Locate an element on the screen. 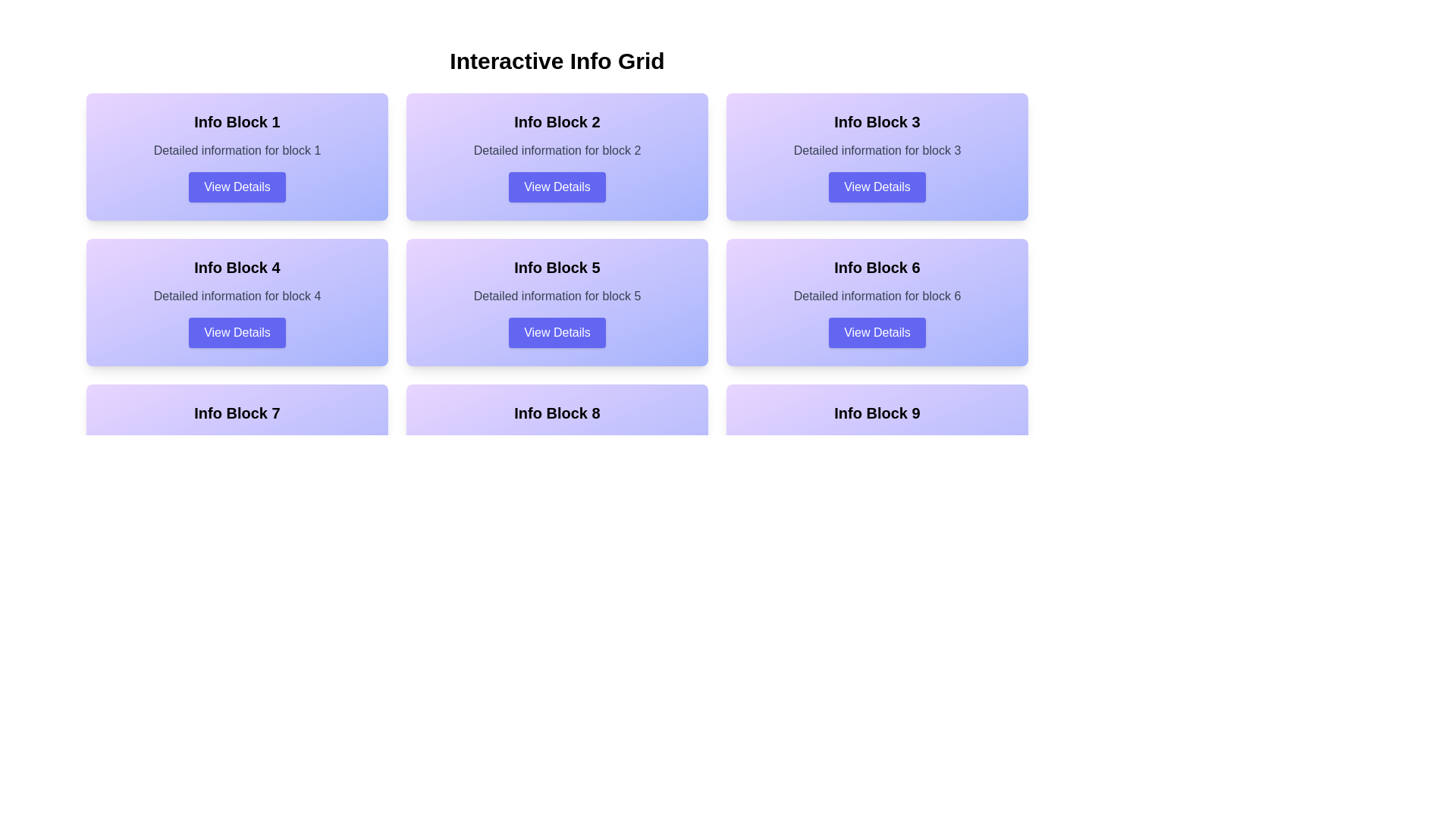  the text display that shows 'Detailed information for block 3', which is located beneath 'Info Block 3' and above the 'View Details' button in the info card at the top row, third column is located at coordinates (877, 151).